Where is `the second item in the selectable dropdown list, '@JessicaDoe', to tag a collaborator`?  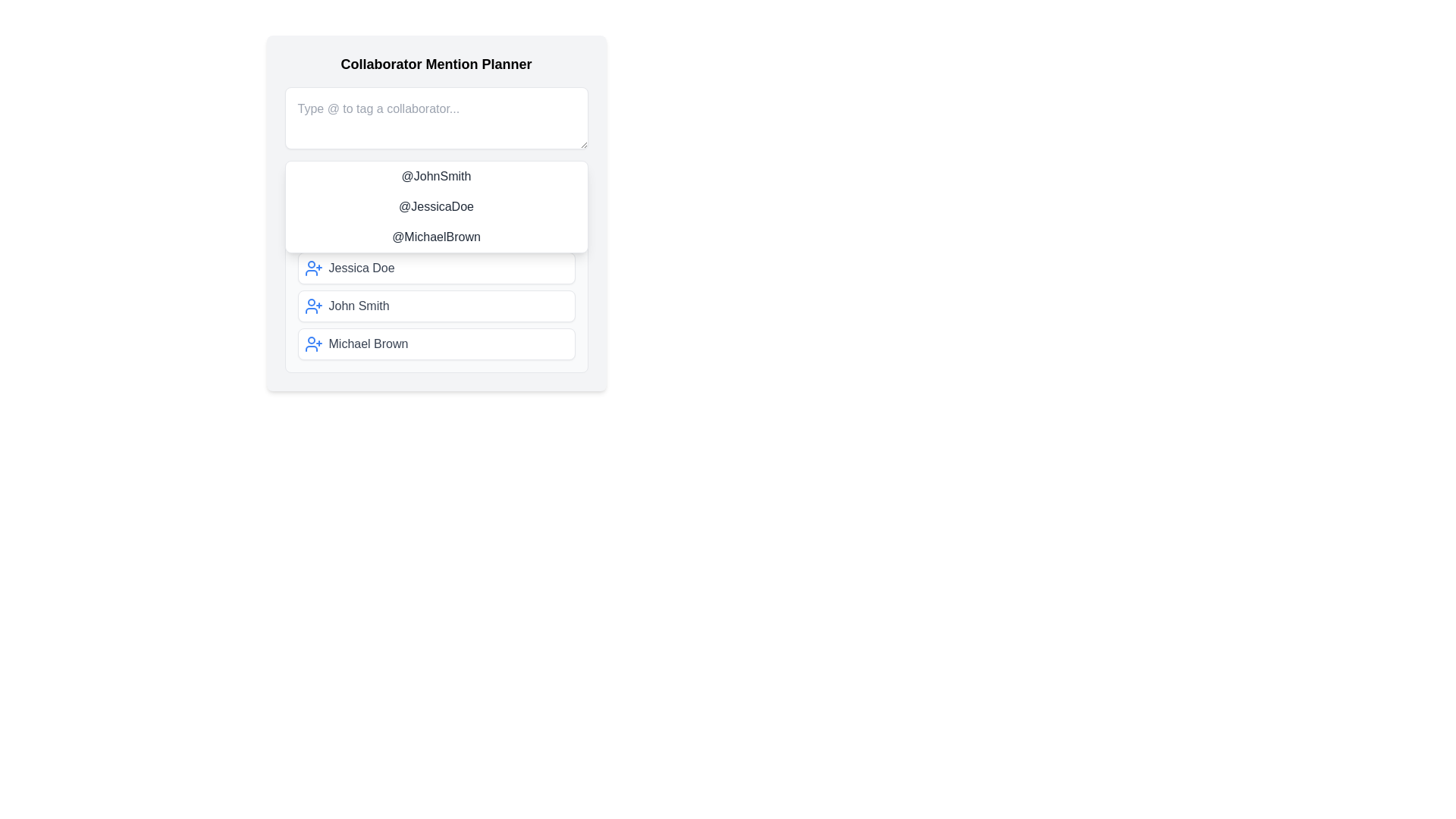
the second item in the selectable dropdown list, '@JessicaDoe', to tag a collaborator is located at coordinates (435, 207).